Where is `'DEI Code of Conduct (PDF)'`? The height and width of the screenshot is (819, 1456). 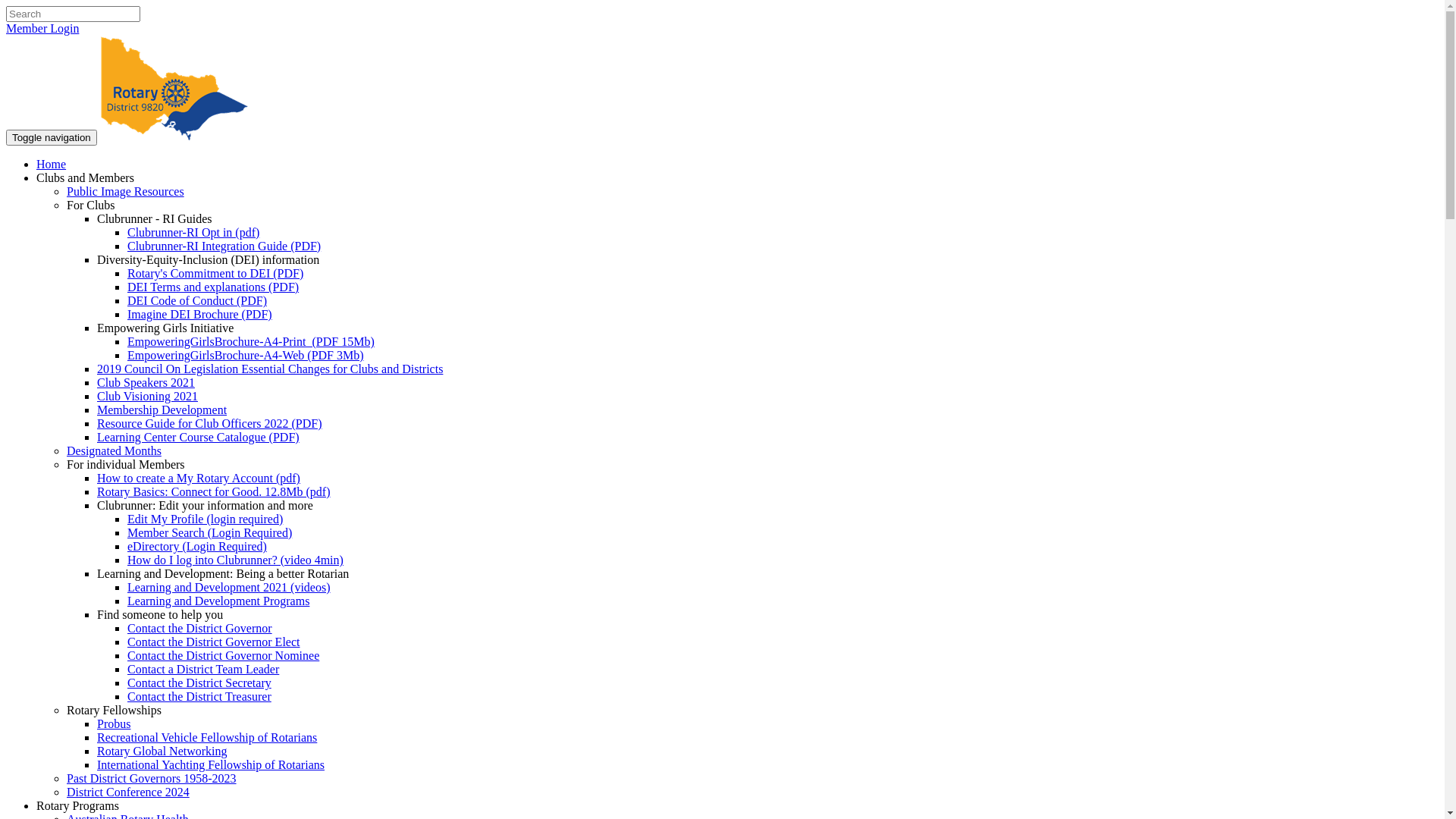 'DEI Code of Conduct (PDF)' is located at coordinates (196, 300).